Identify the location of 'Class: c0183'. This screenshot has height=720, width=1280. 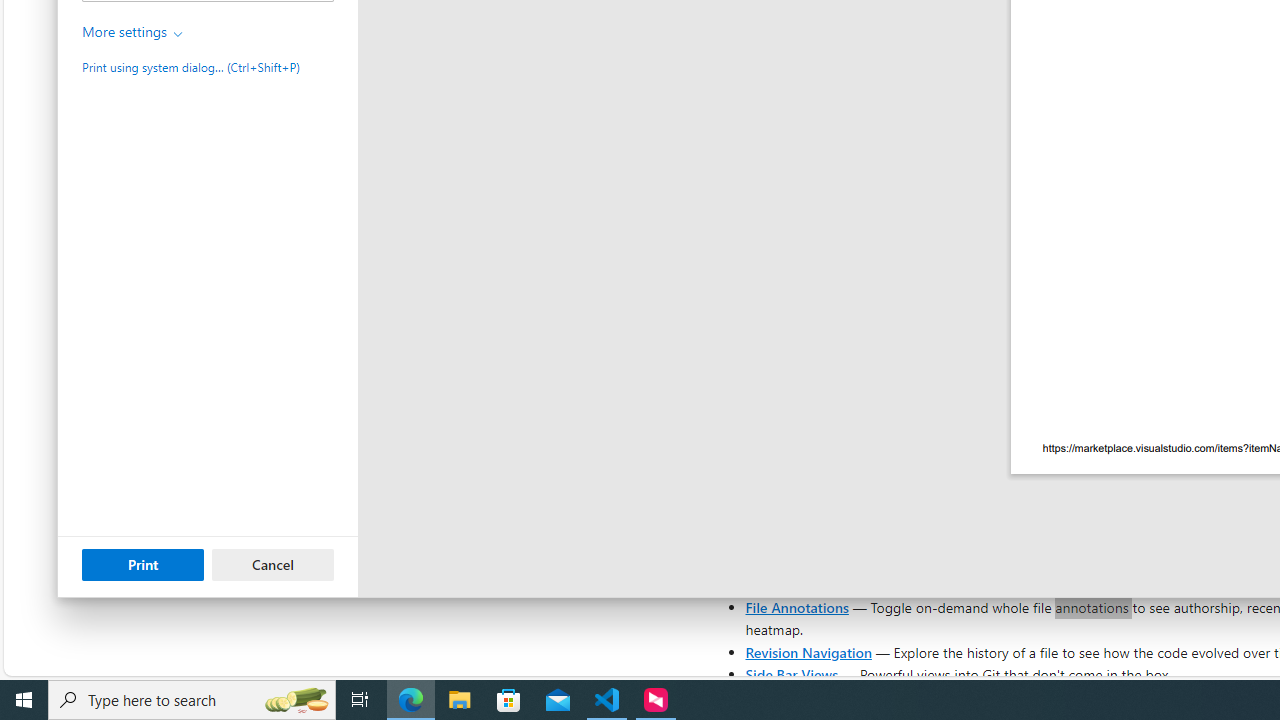
(178, 34).